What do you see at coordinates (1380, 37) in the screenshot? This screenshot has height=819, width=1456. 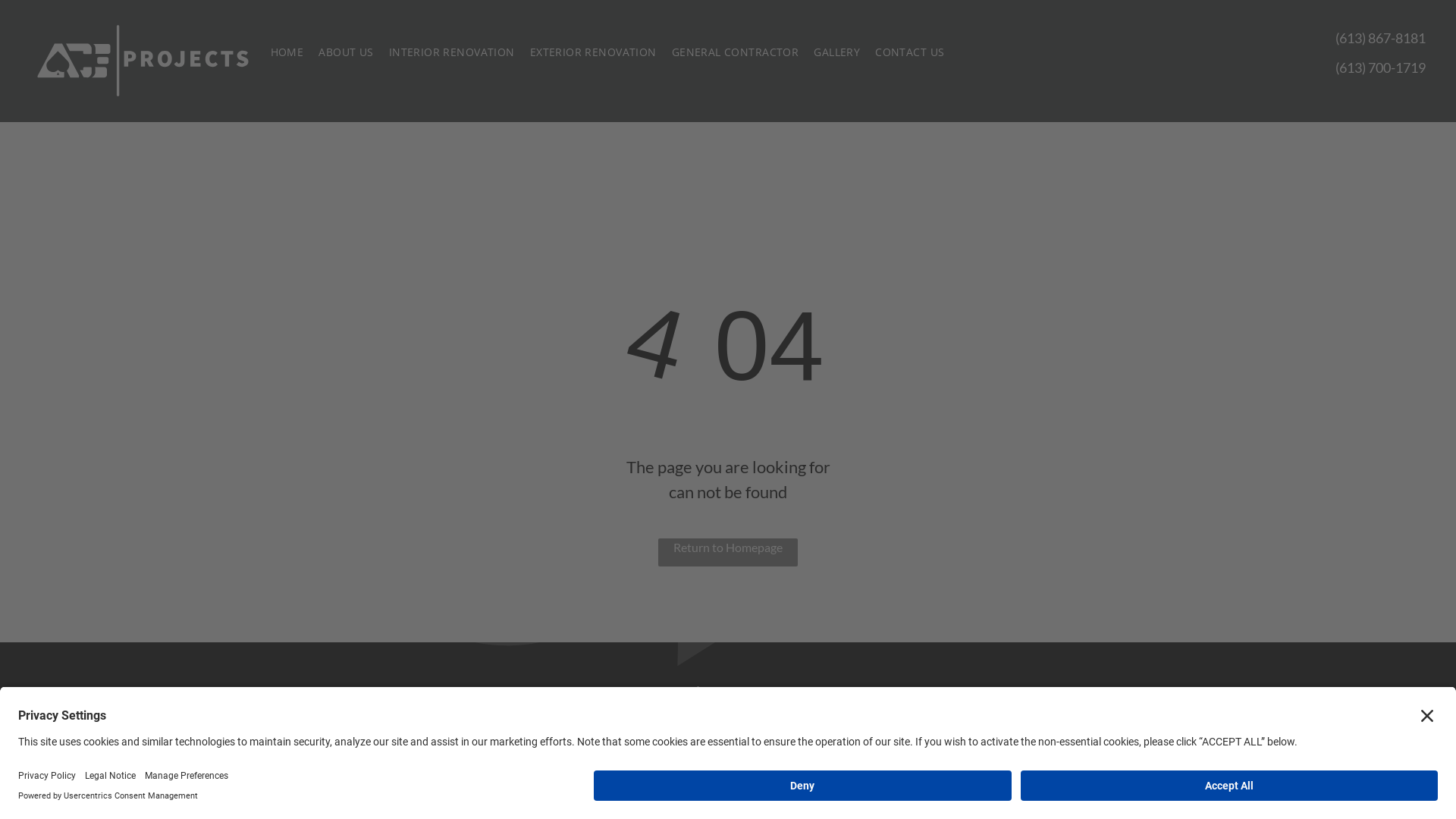 I see `'(613) 867-8181'` at bounding box center [1380, 37].